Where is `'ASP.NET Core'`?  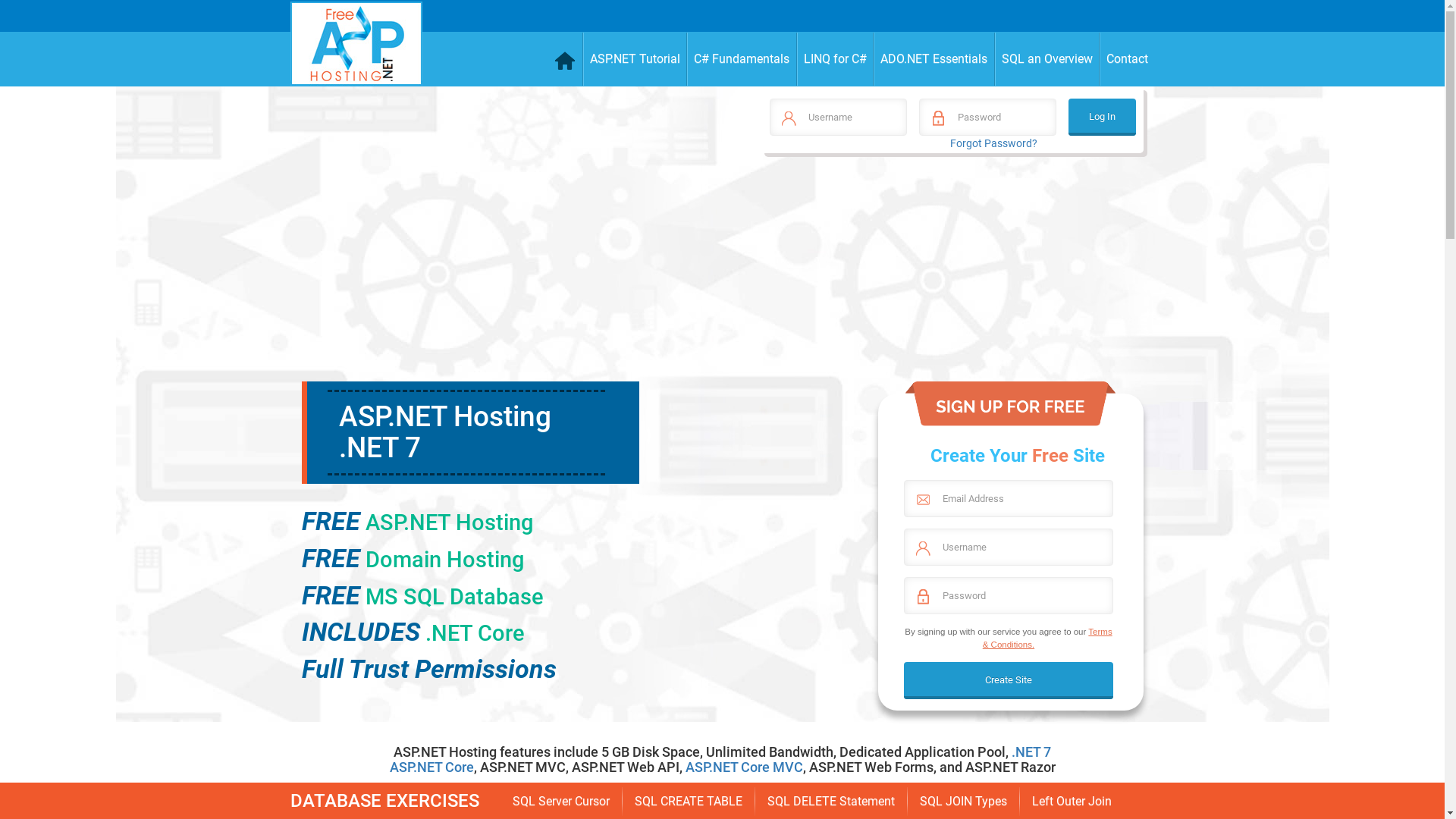 'ASP.NET Core' is located at coordinates (431, 767).